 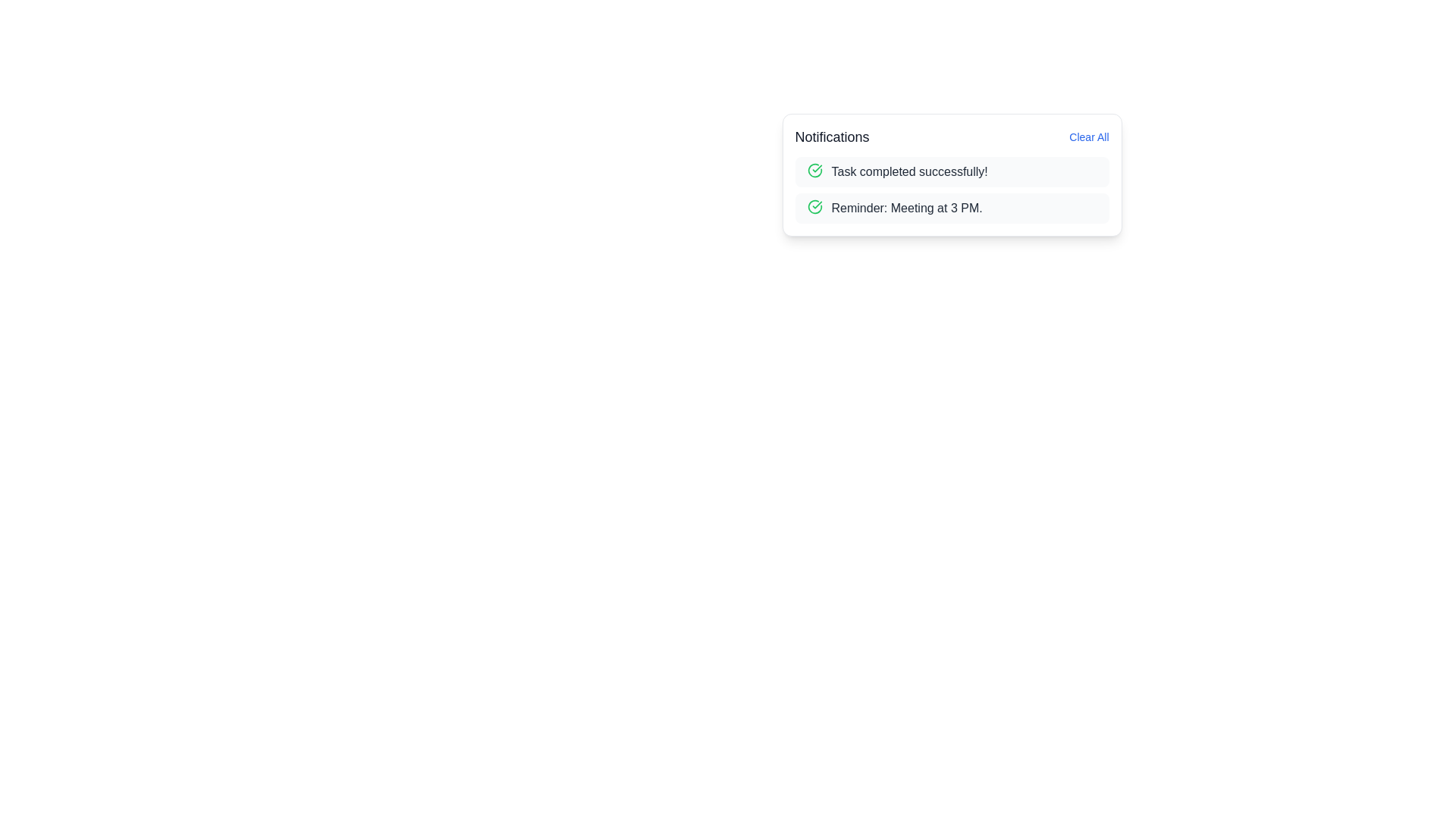 What do you see at coordinates (814, 170) in the screenshot?
I see `the success icon located in the first notification titled 'Task completed successfully!' to indicate visual feedback for task completion` at bounding box center [814, 170].